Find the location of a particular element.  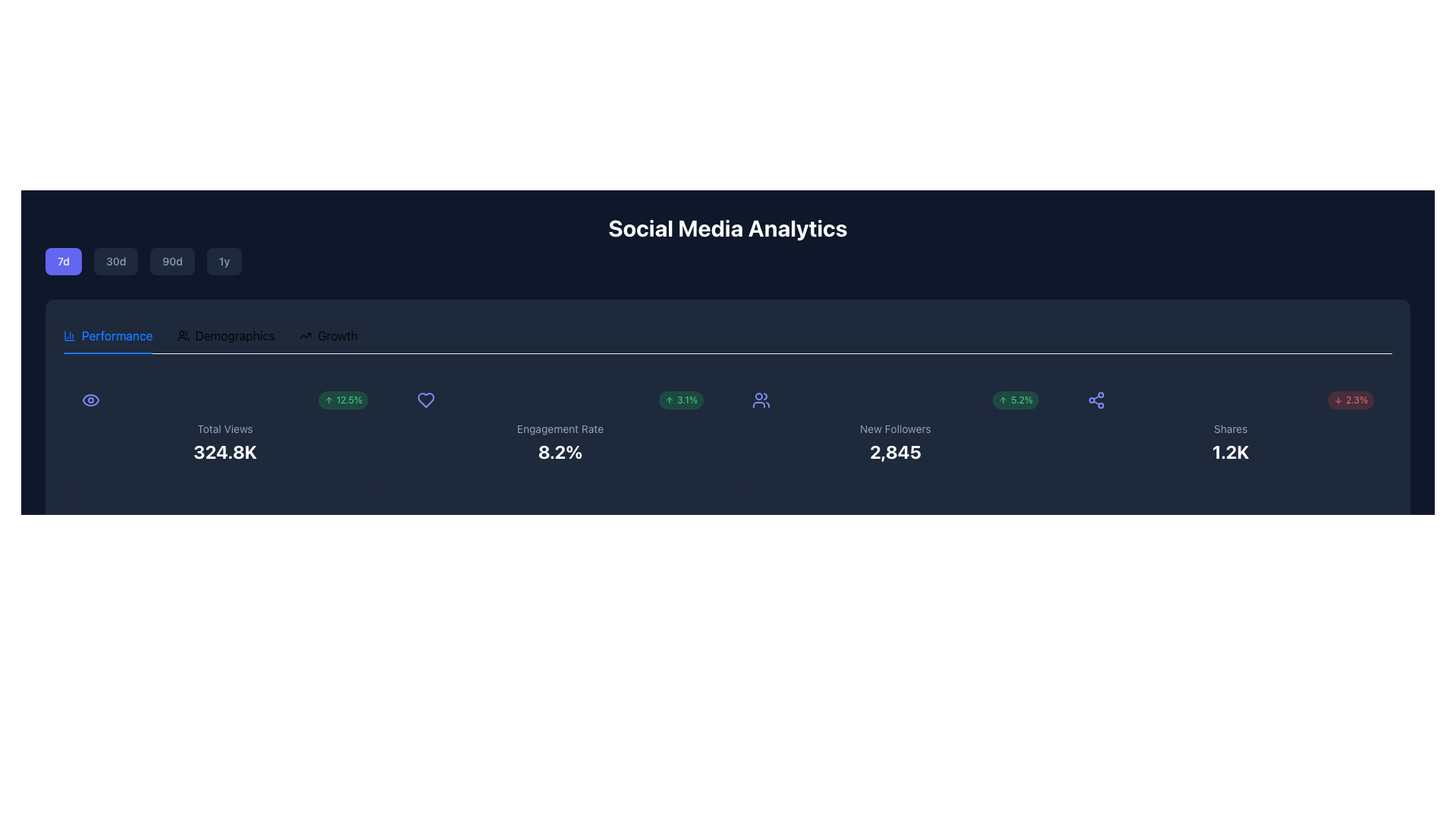

the 'Demographics' tab in the upper navigation bar is located at coordinates (225, 335).